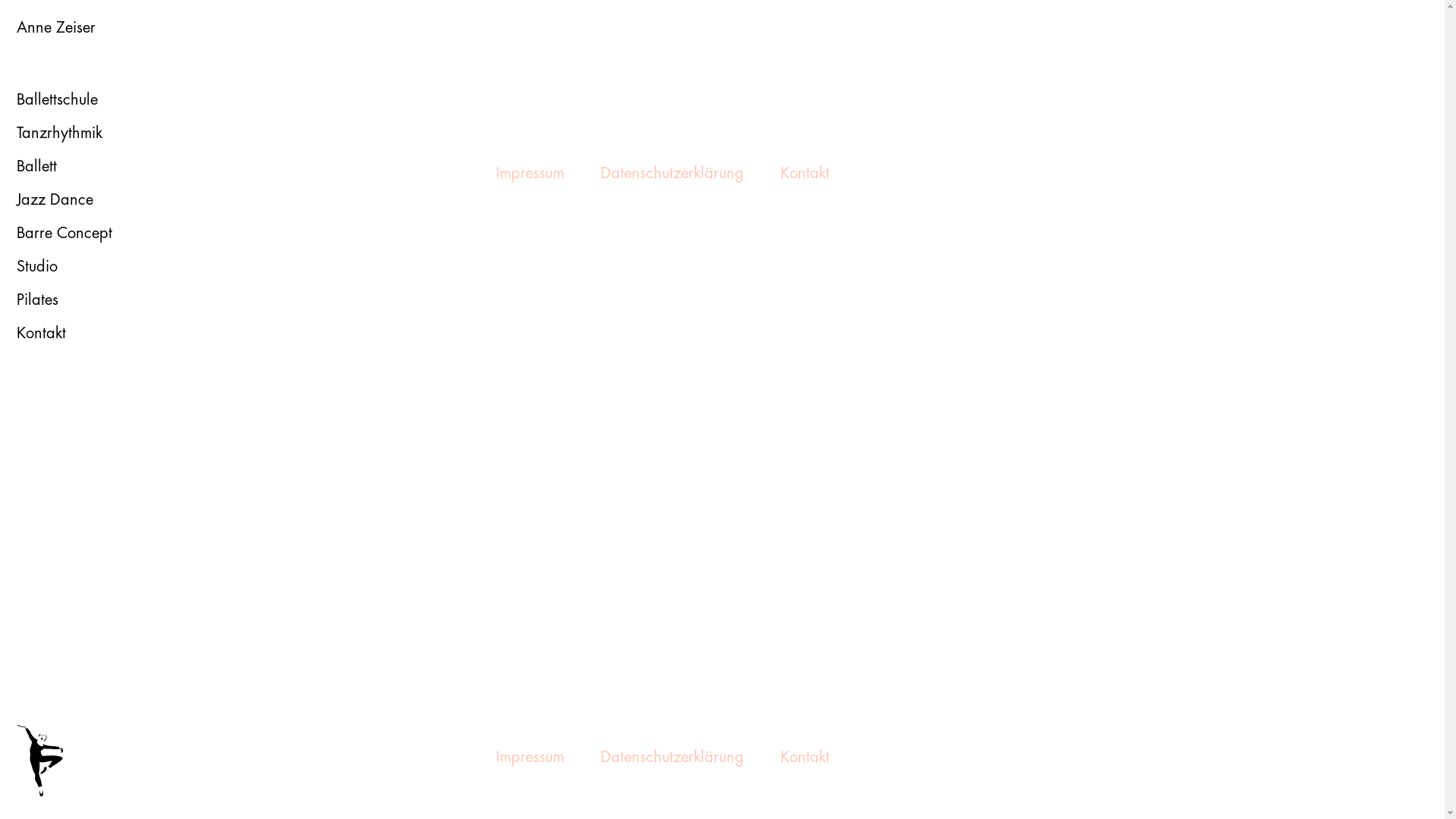 This screenshot has height=819, width=1456. Describe the element at coordinates (59, 132) in the screenshot. I see `'Tanzrhythmik'` at that location.